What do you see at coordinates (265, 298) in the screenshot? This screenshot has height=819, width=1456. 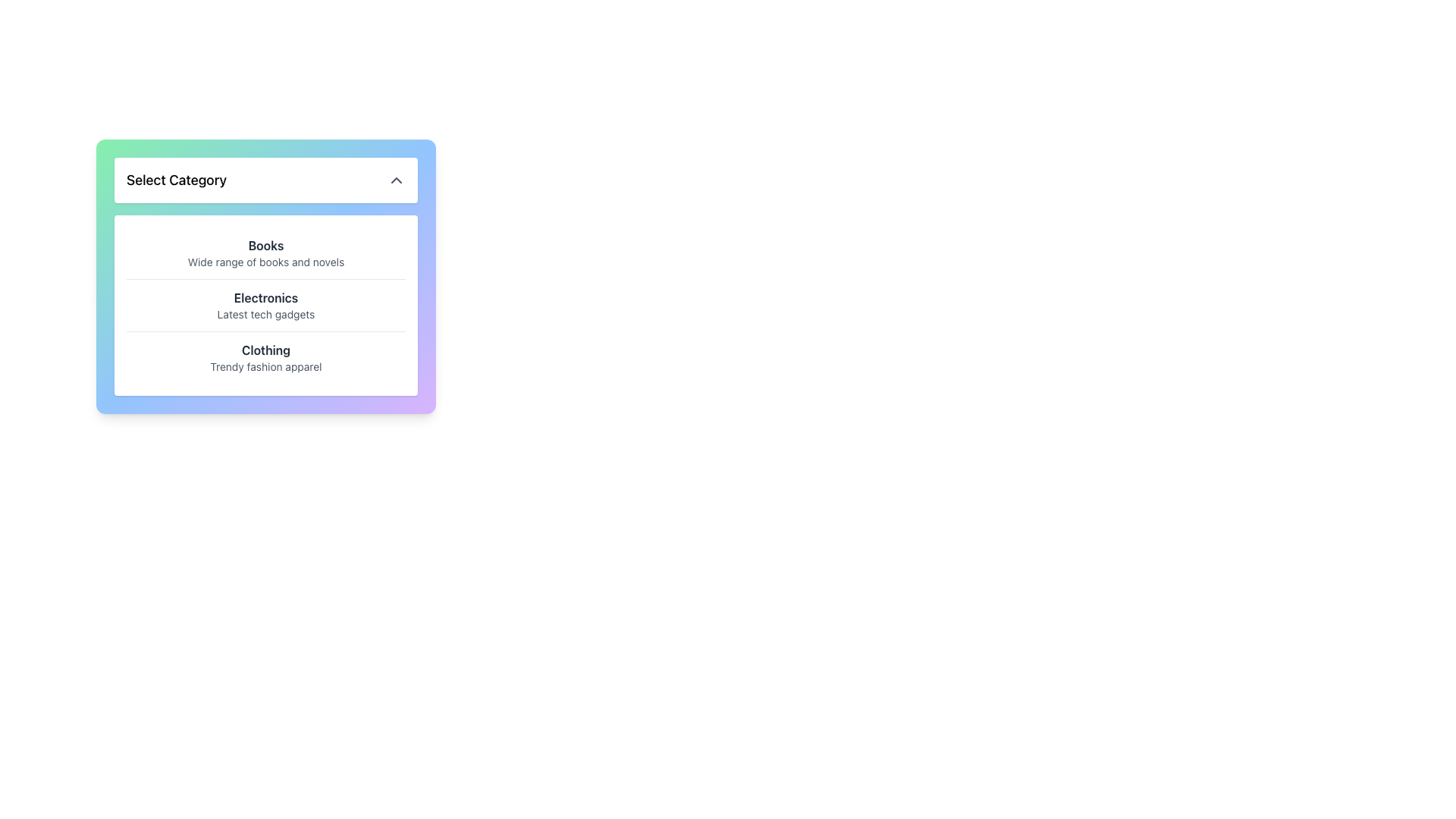 I see `Static Label displaying 'Electronics', which is bold black text positioned between 'Books' and 'Clothing' in the vertical list` at bounding box center [265, 298].